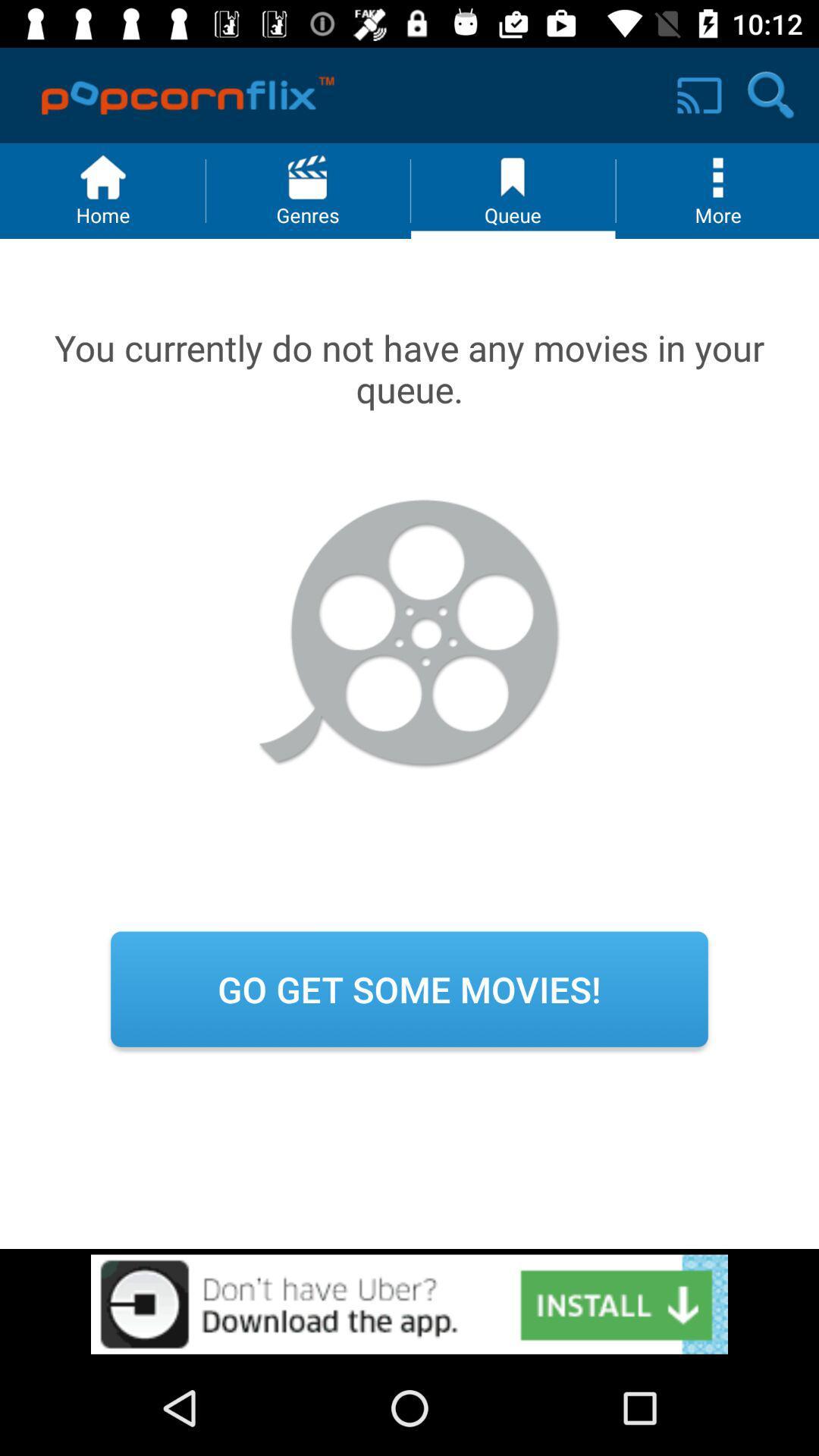 The width and height of the screenshot is (819, 1456). Describe the element at coordinates (699, 95) in the screenshot. I see `icon which is left side of search button` at that location.